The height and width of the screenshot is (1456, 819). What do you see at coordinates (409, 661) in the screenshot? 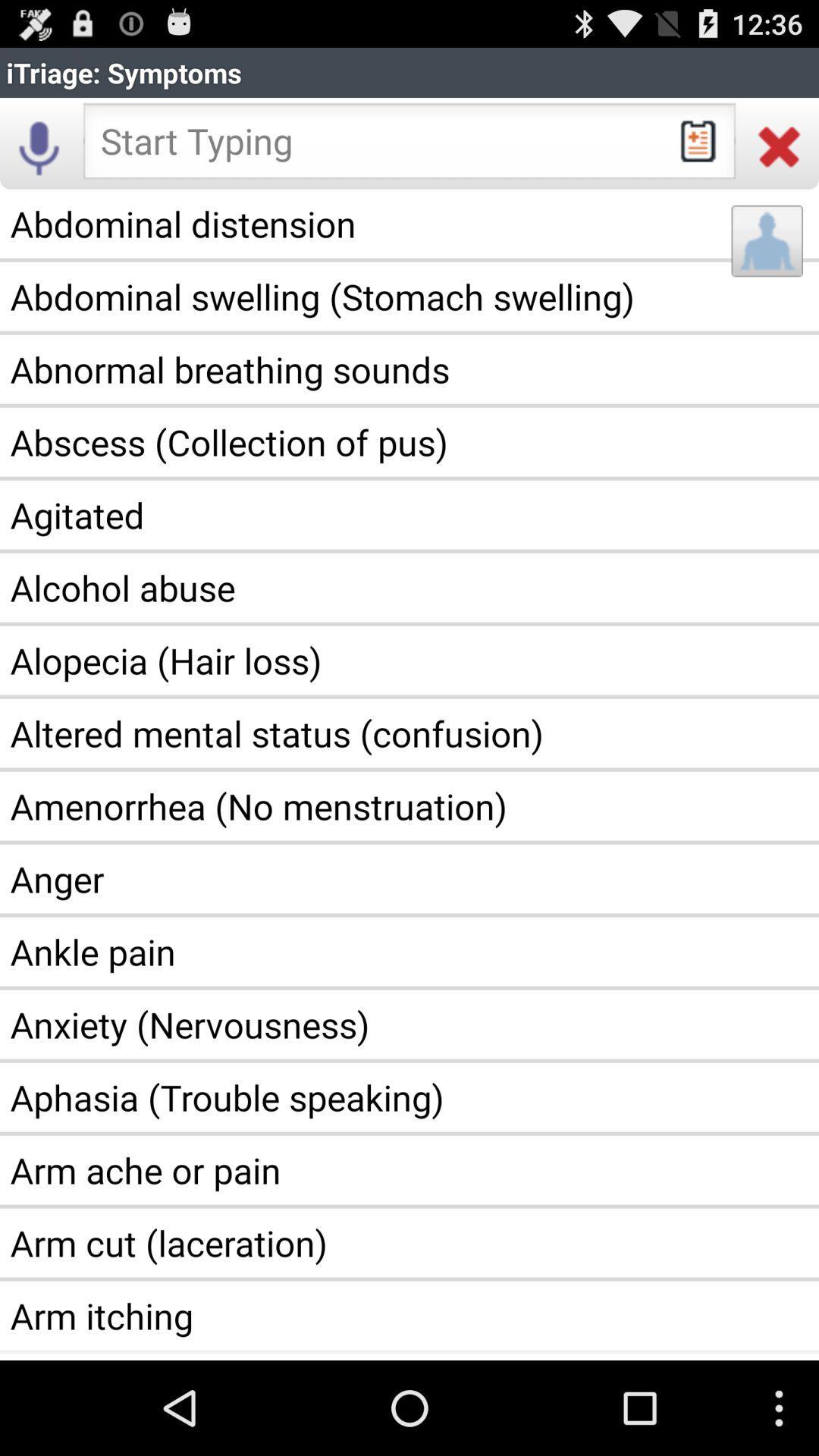
I see `the item below the alcohol abuse item` at bounding box center [409, 661].